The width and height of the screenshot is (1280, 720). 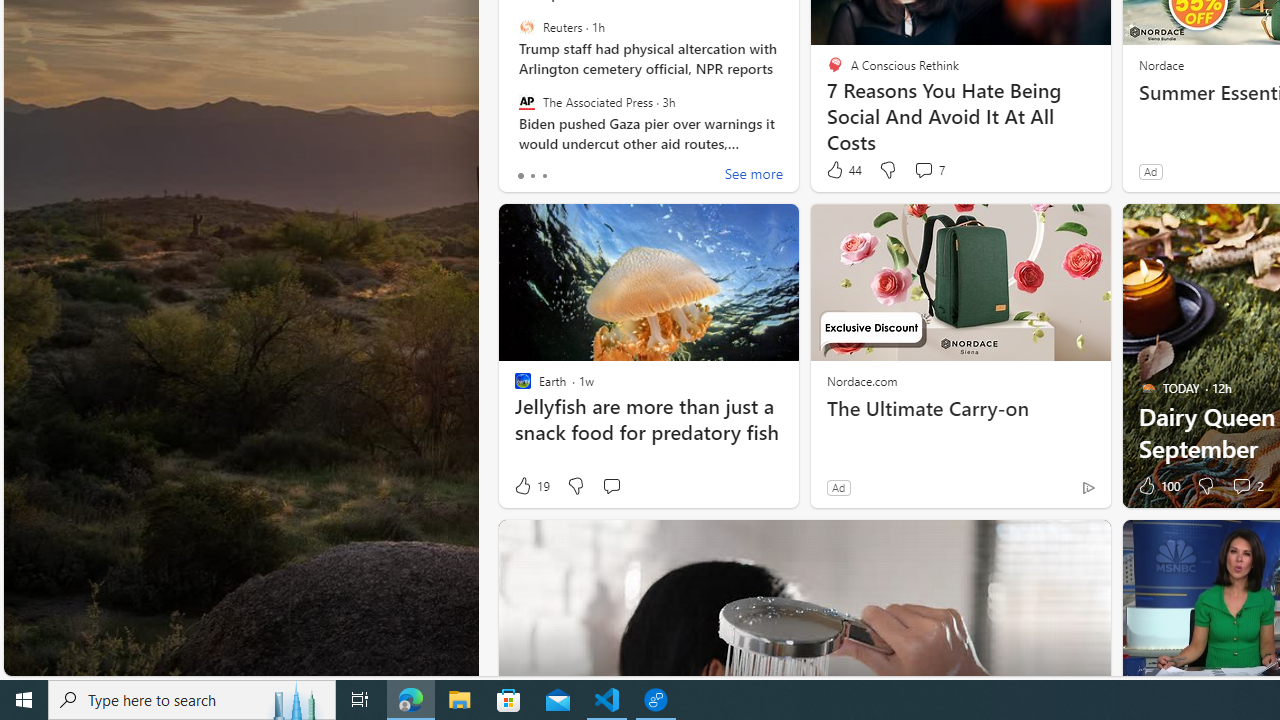 What do you see at coordinates (922, 168) in the screenshot?
I see `'View comments 7 Comment'` at bounding box center [922, 168].